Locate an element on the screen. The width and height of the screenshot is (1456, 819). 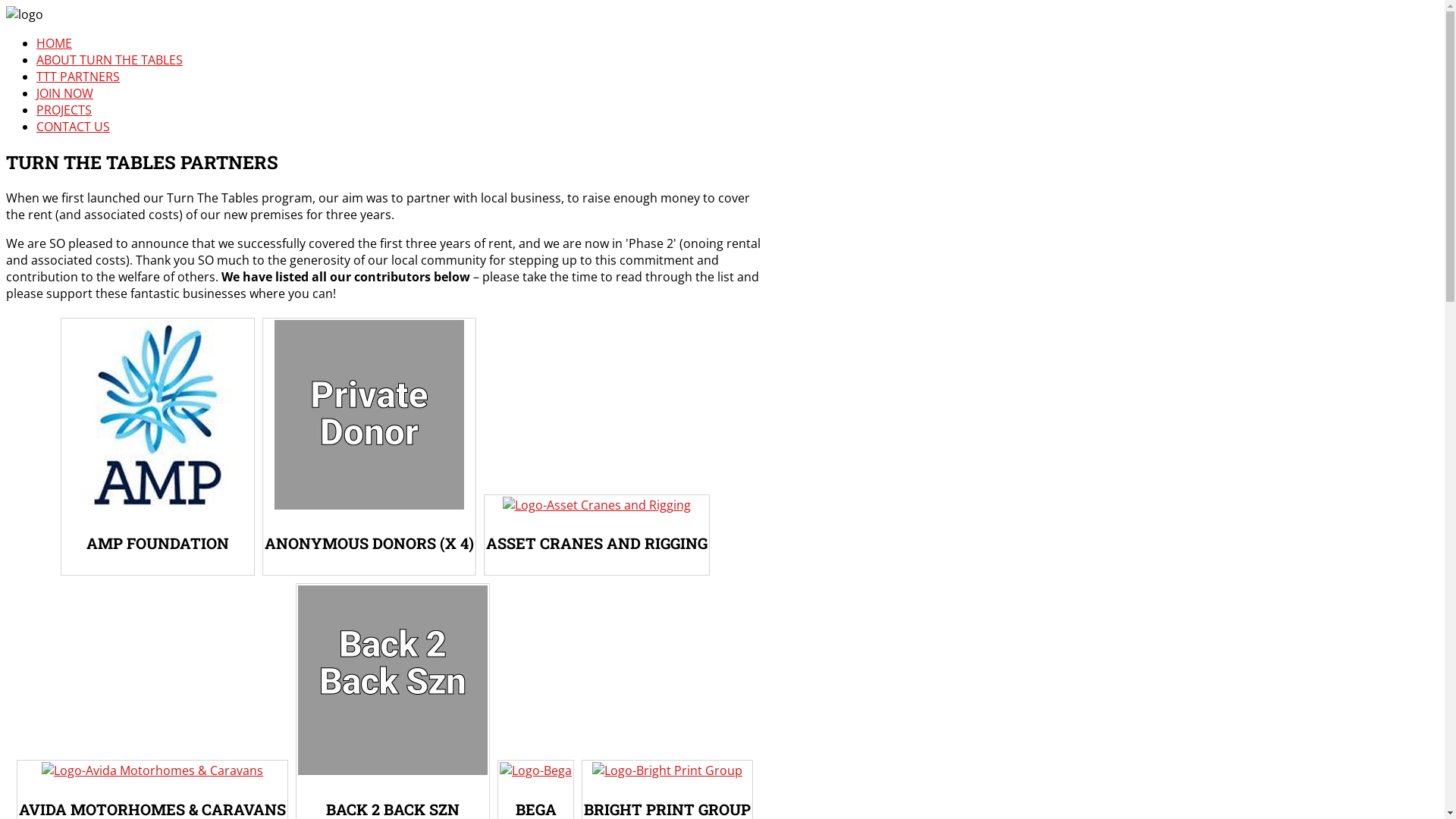
'JOIN NOW' is located at coordinates (64, 93).